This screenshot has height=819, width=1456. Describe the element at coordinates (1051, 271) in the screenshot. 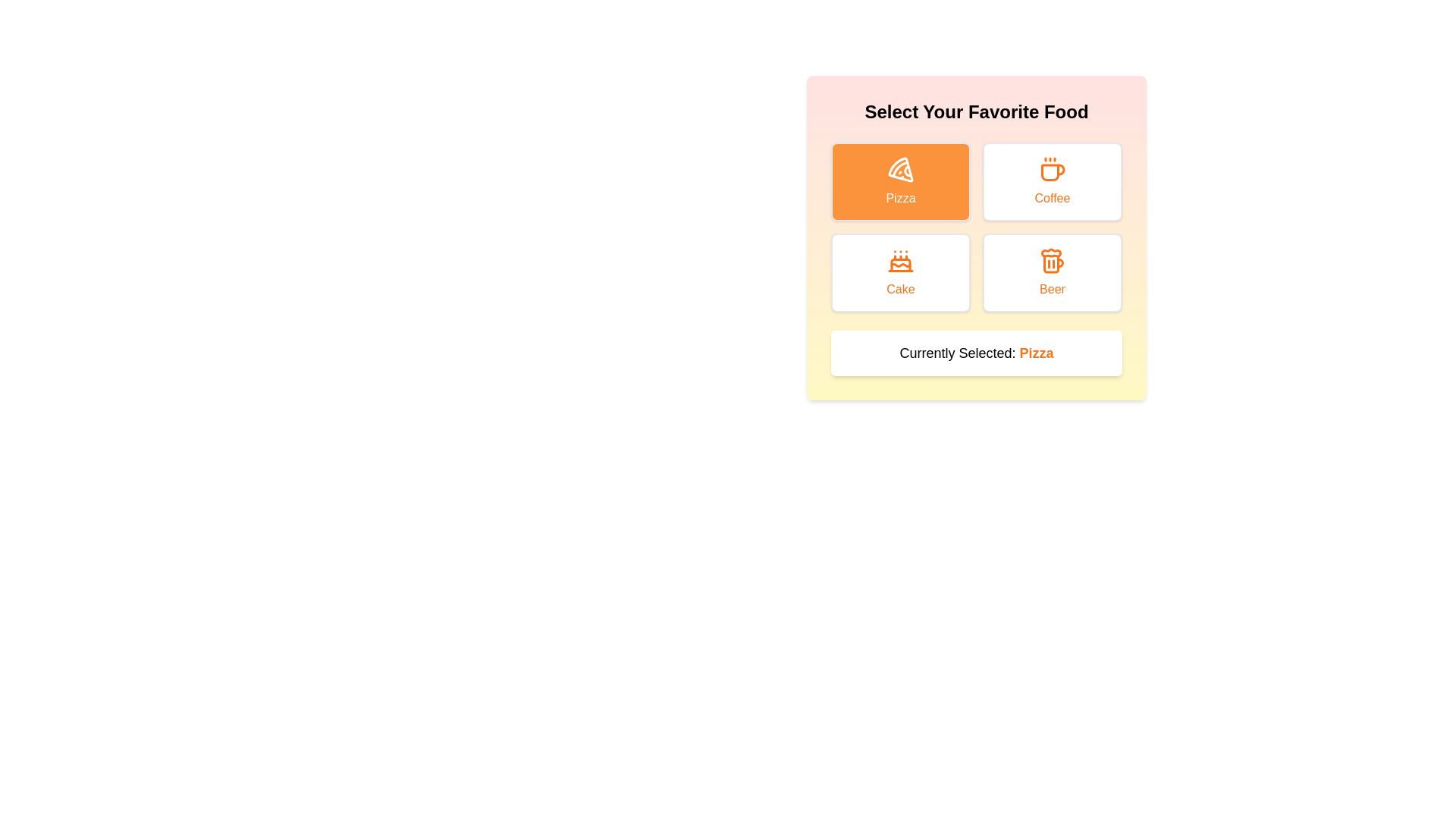

I see `the Beer button to observe the hover effect` at that location.